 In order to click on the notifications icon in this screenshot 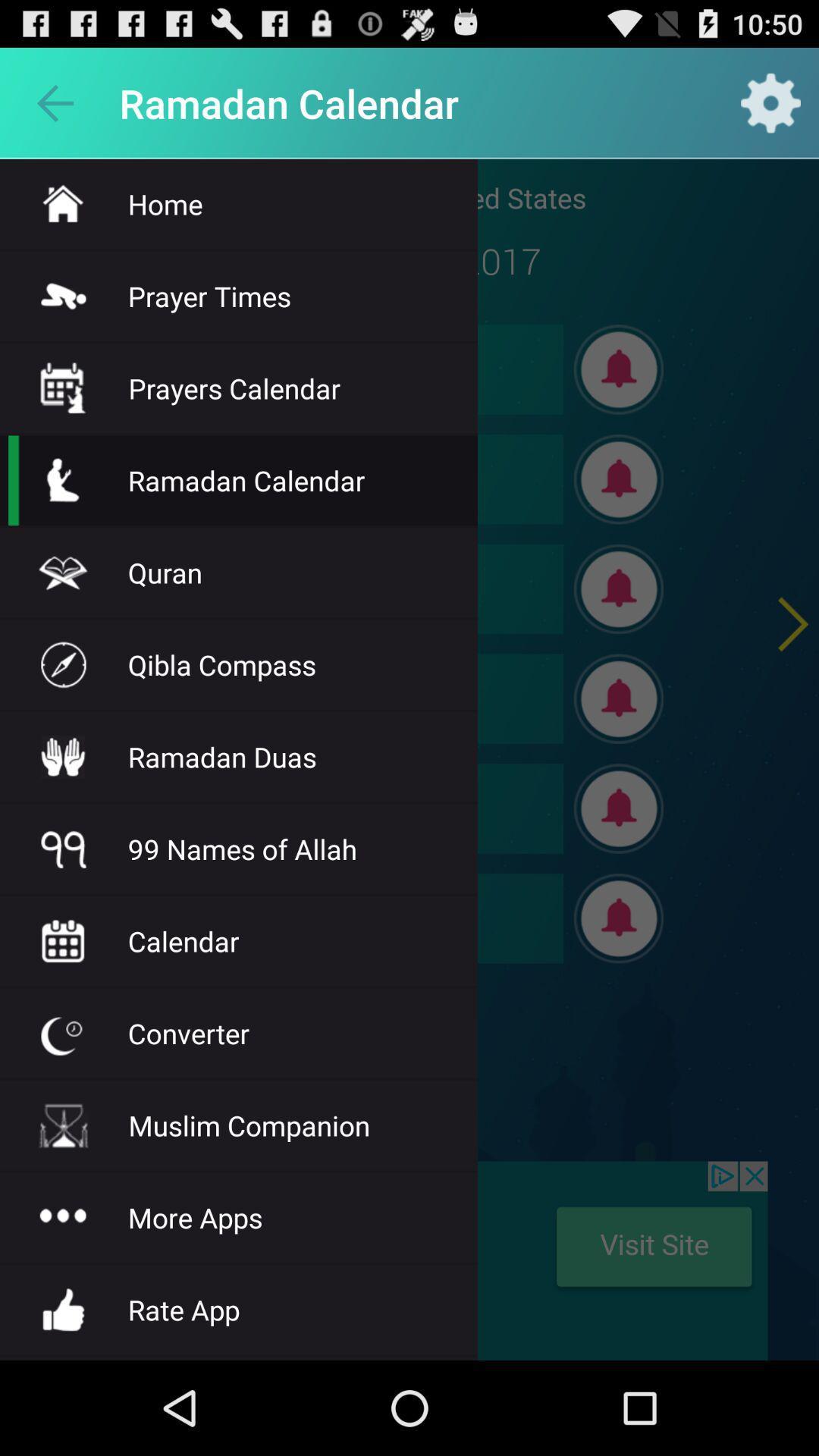, I will do `click(619, 983)`.